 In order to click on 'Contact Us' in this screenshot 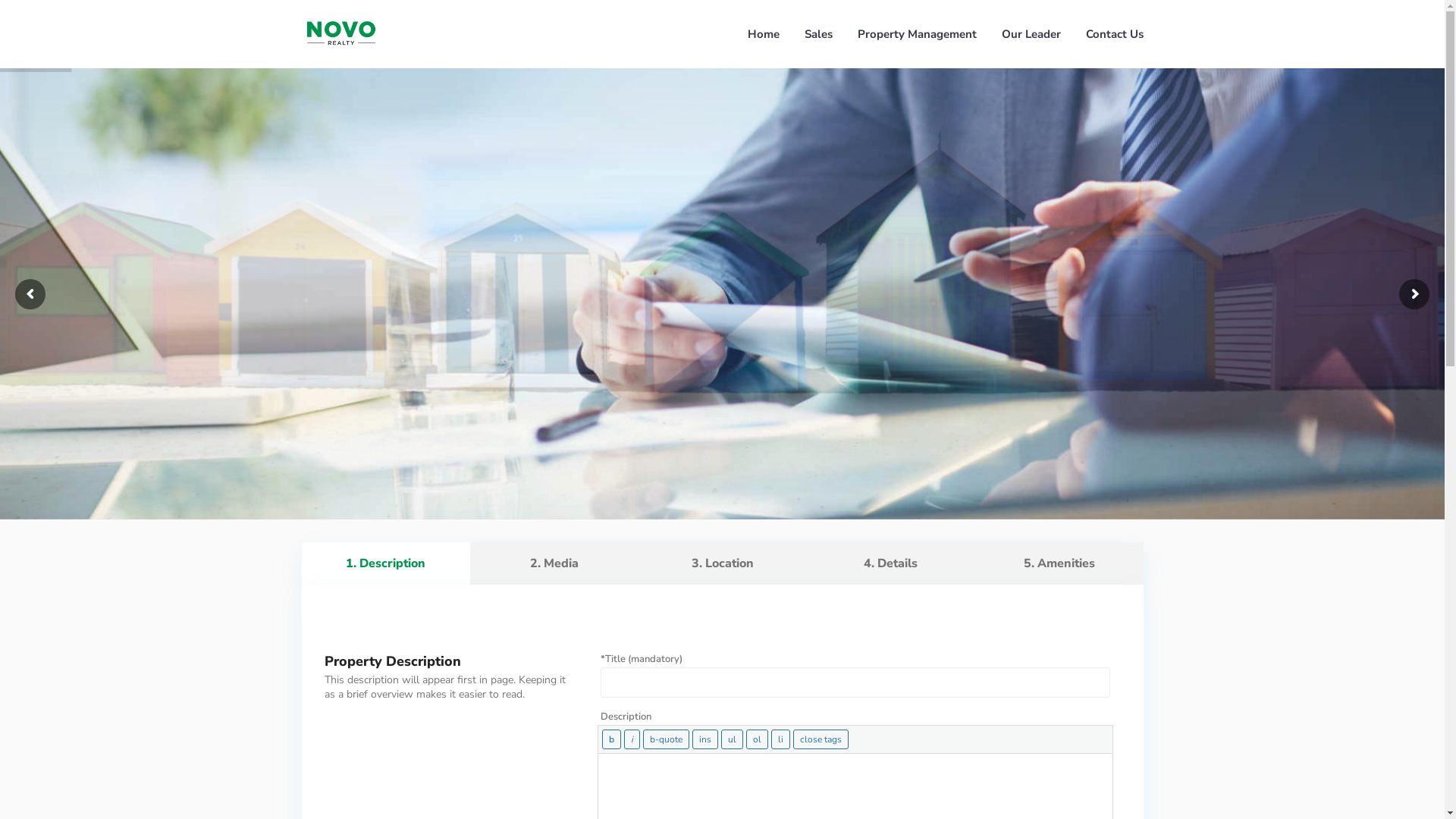, I will do `click(1113, 34)`.